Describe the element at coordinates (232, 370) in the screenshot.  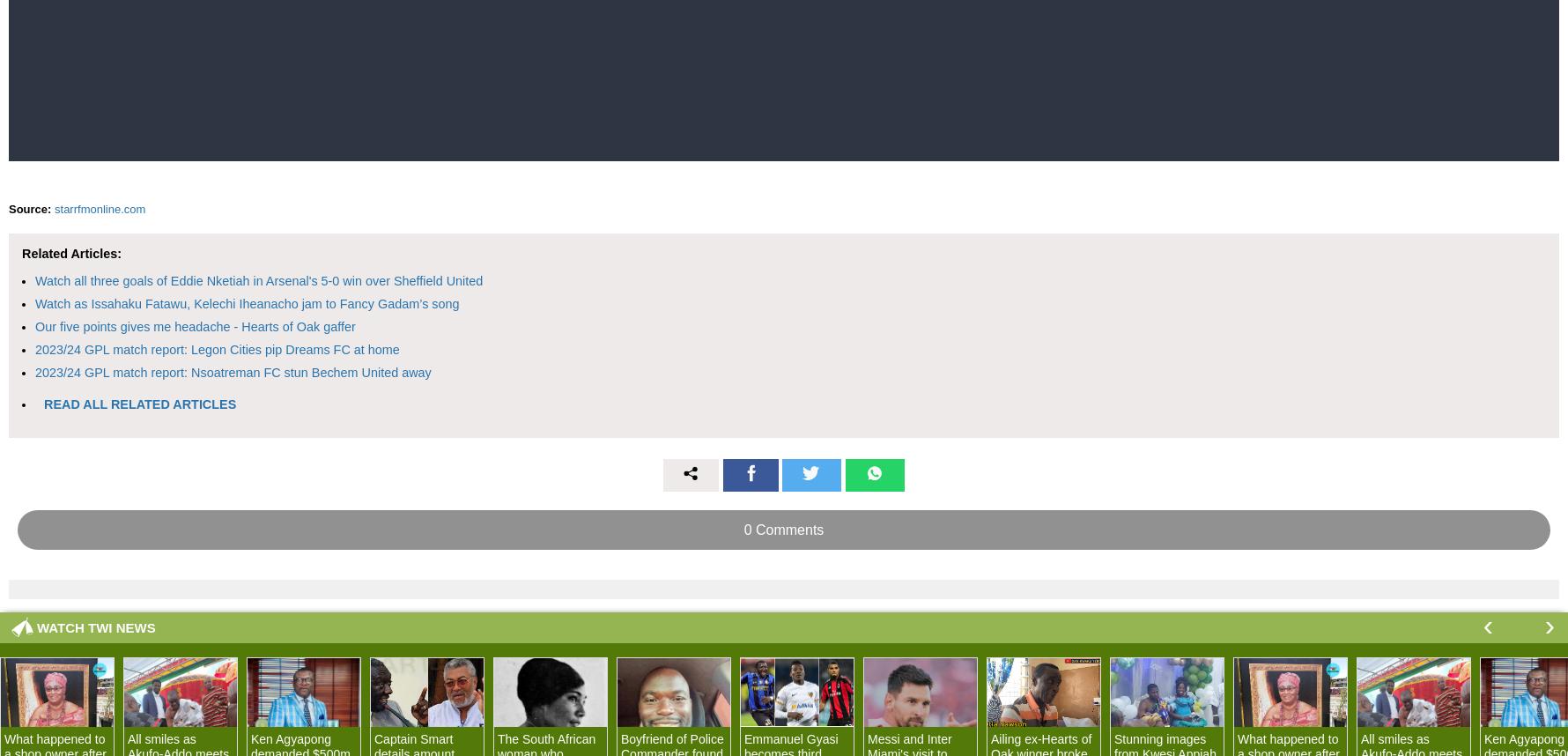
I see `'2023/24 GPL match report: Nsoatreman FC stun Bechem United away'` at that location.